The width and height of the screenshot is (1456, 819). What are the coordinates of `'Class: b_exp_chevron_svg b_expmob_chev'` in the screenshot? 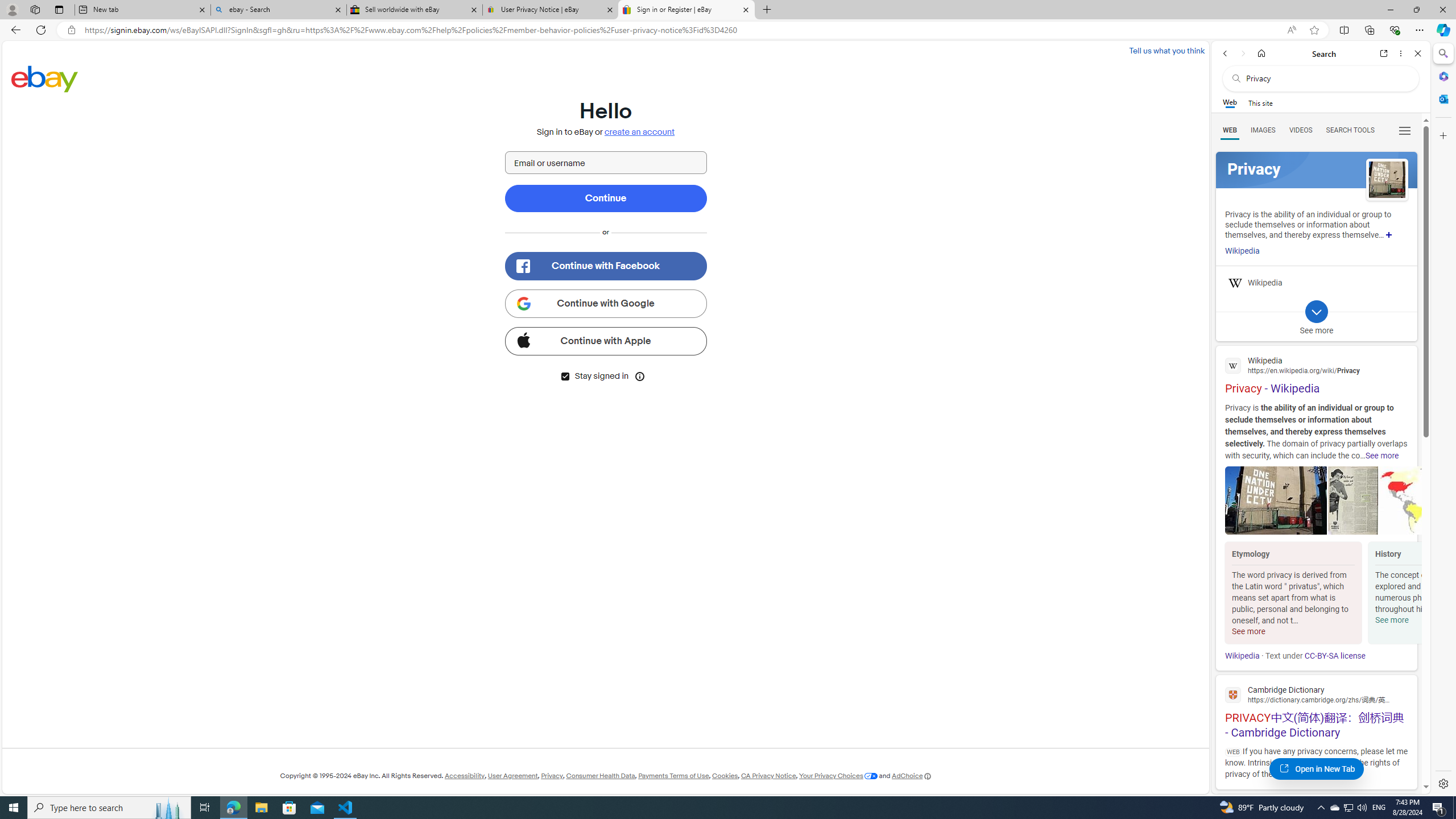 It's located at (1316, 311).